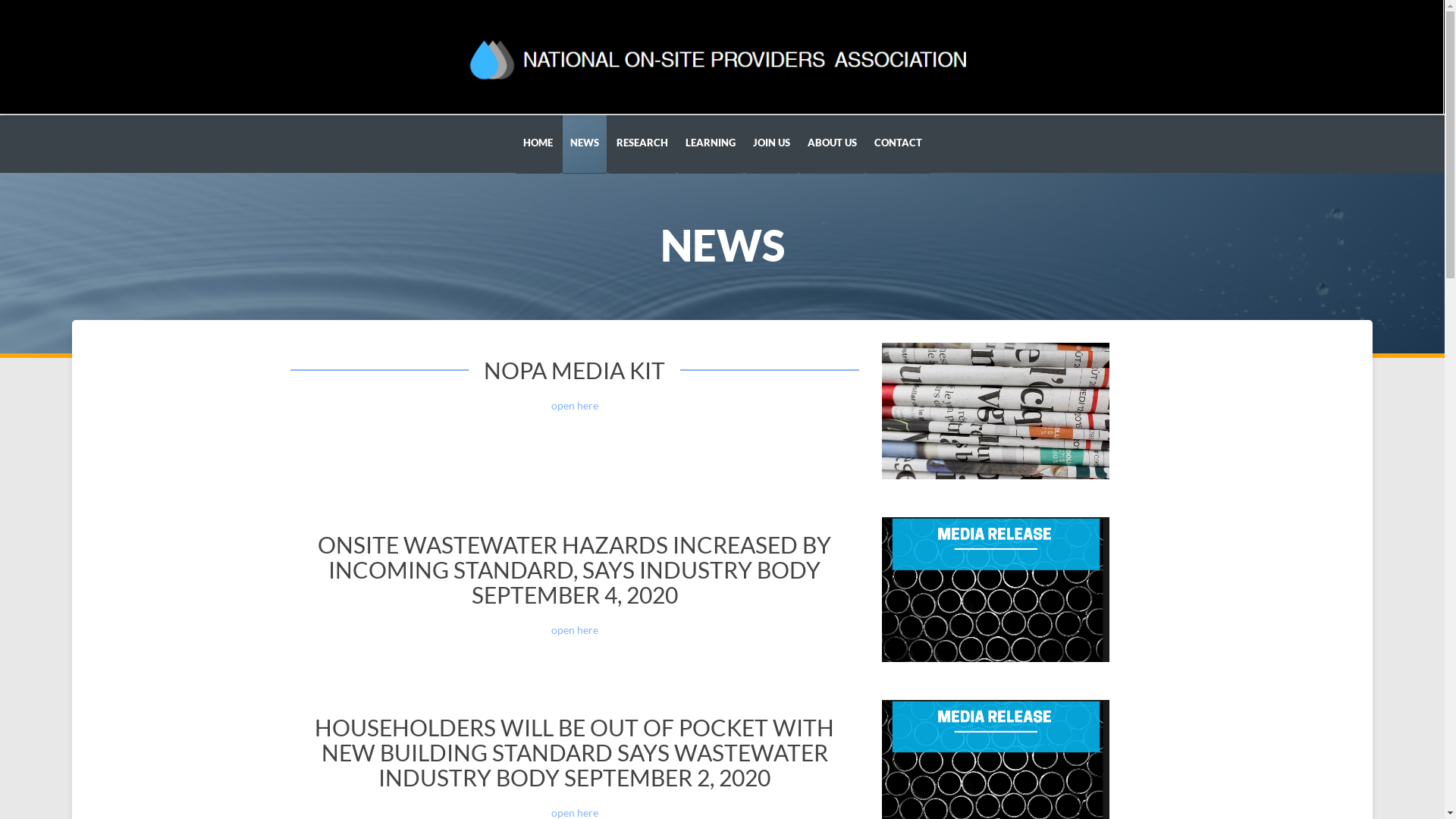  Describe the element at coordinates (538, 144) in the screenshot. I see `'HOME'` at that location.